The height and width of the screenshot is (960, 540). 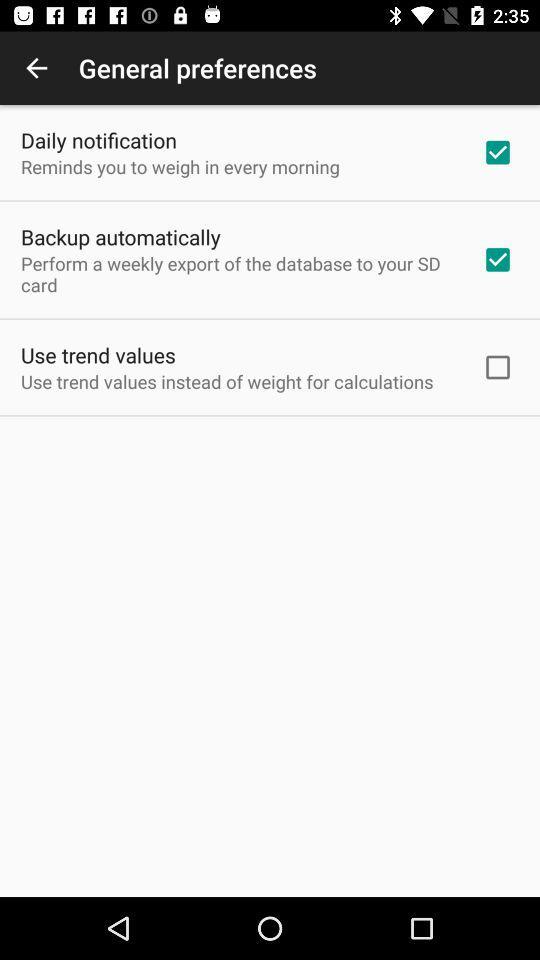 I want to click on daily notification item, so click(x=97, y=139).